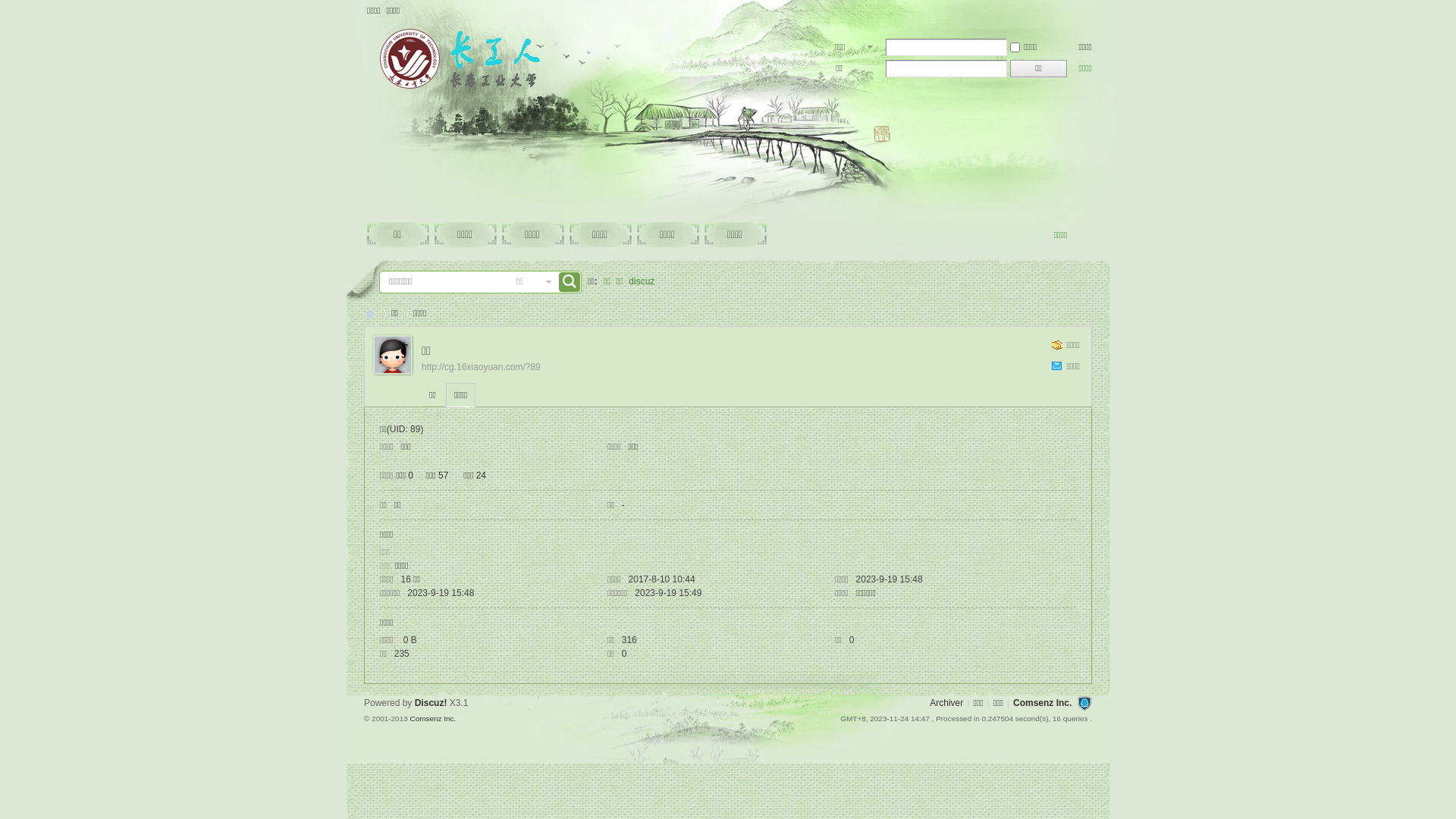  I want to click on 'true', so click(567, 281).